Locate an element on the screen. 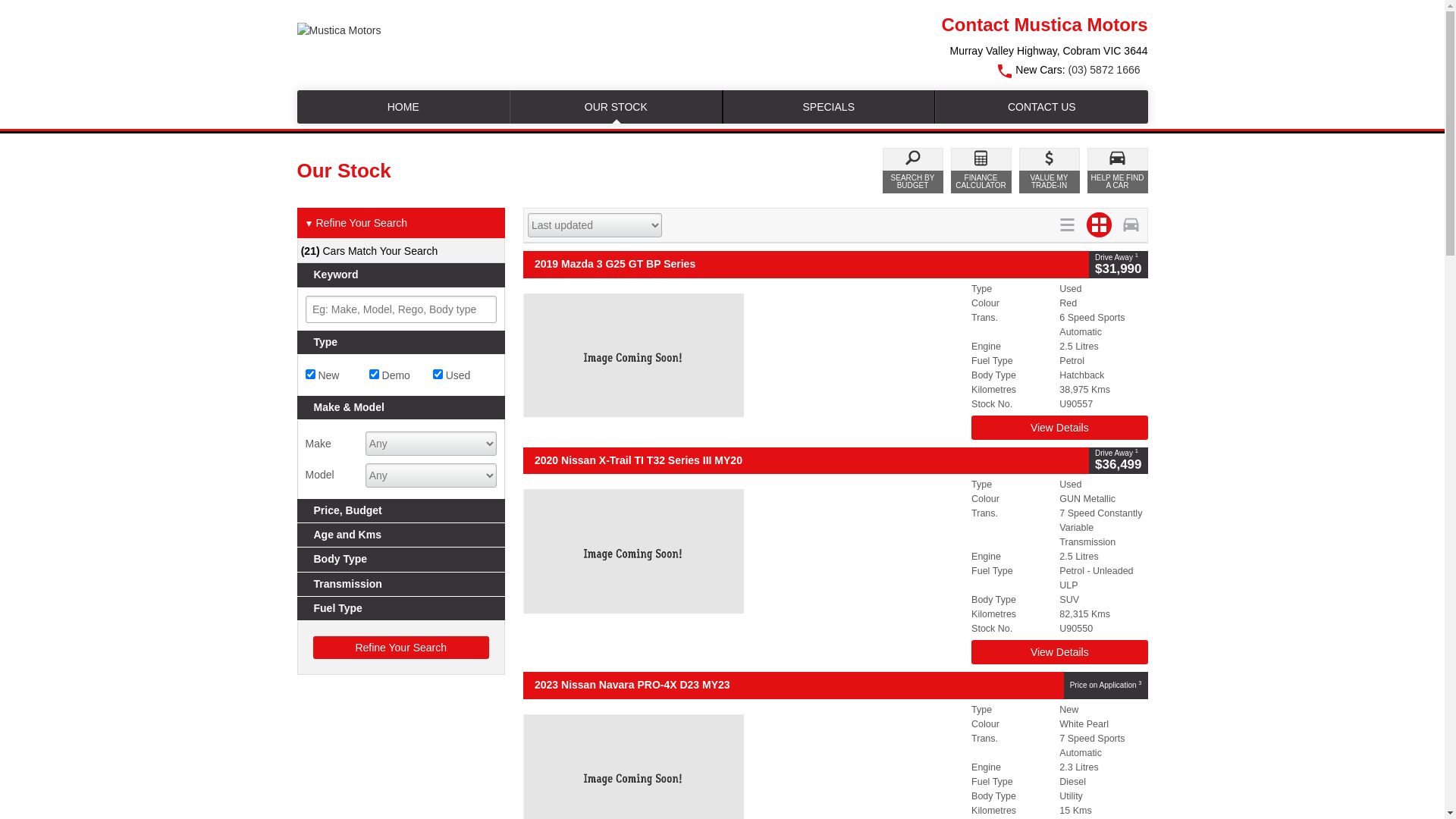 This screenshot has width=1456, height=819. 'Drive Away 1 is located at coordinates (1087, 460).